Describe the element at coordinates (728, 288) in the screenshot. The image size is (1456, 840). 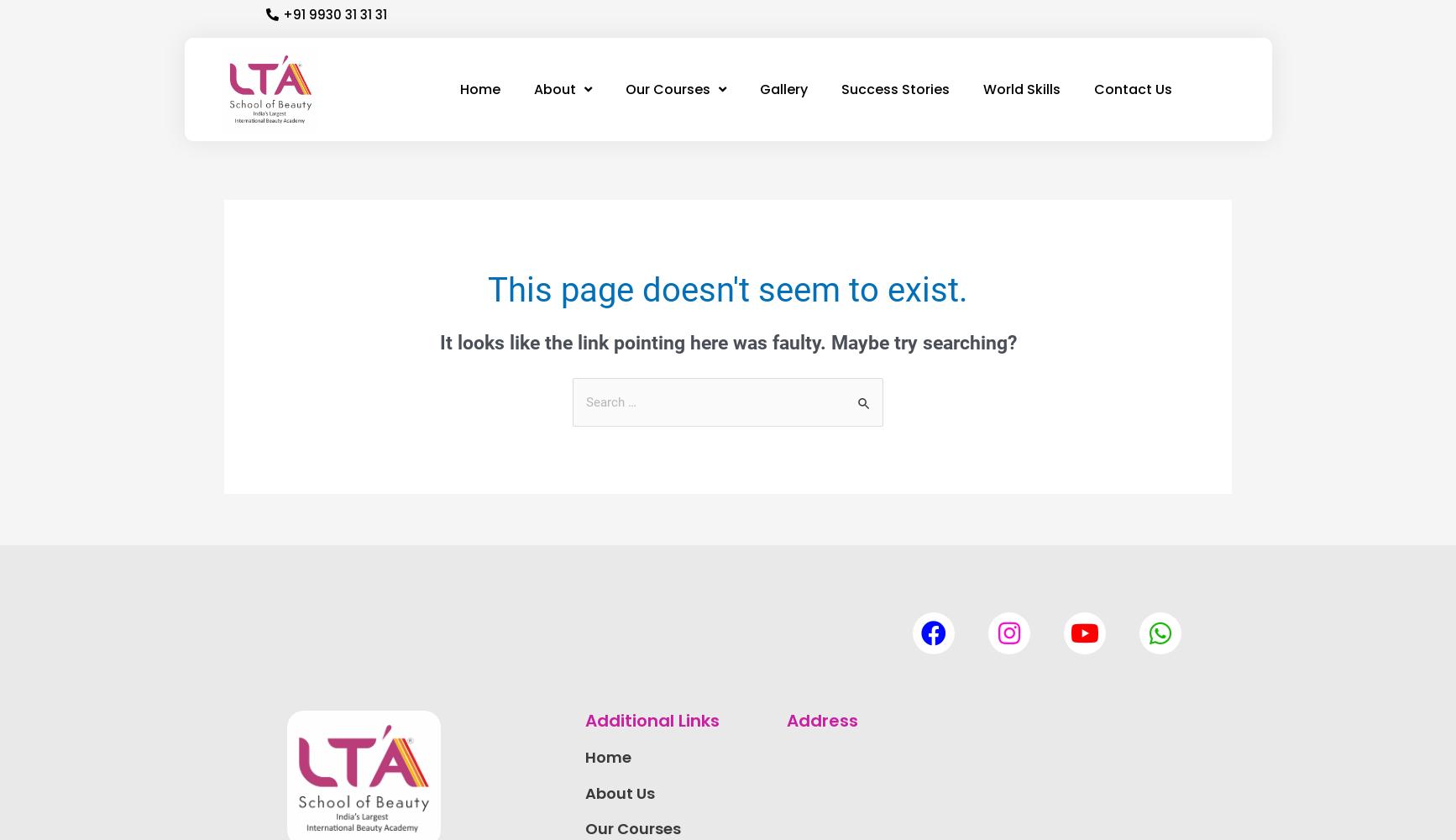
I see `'This page doesn't seem to exist.'` at that location.